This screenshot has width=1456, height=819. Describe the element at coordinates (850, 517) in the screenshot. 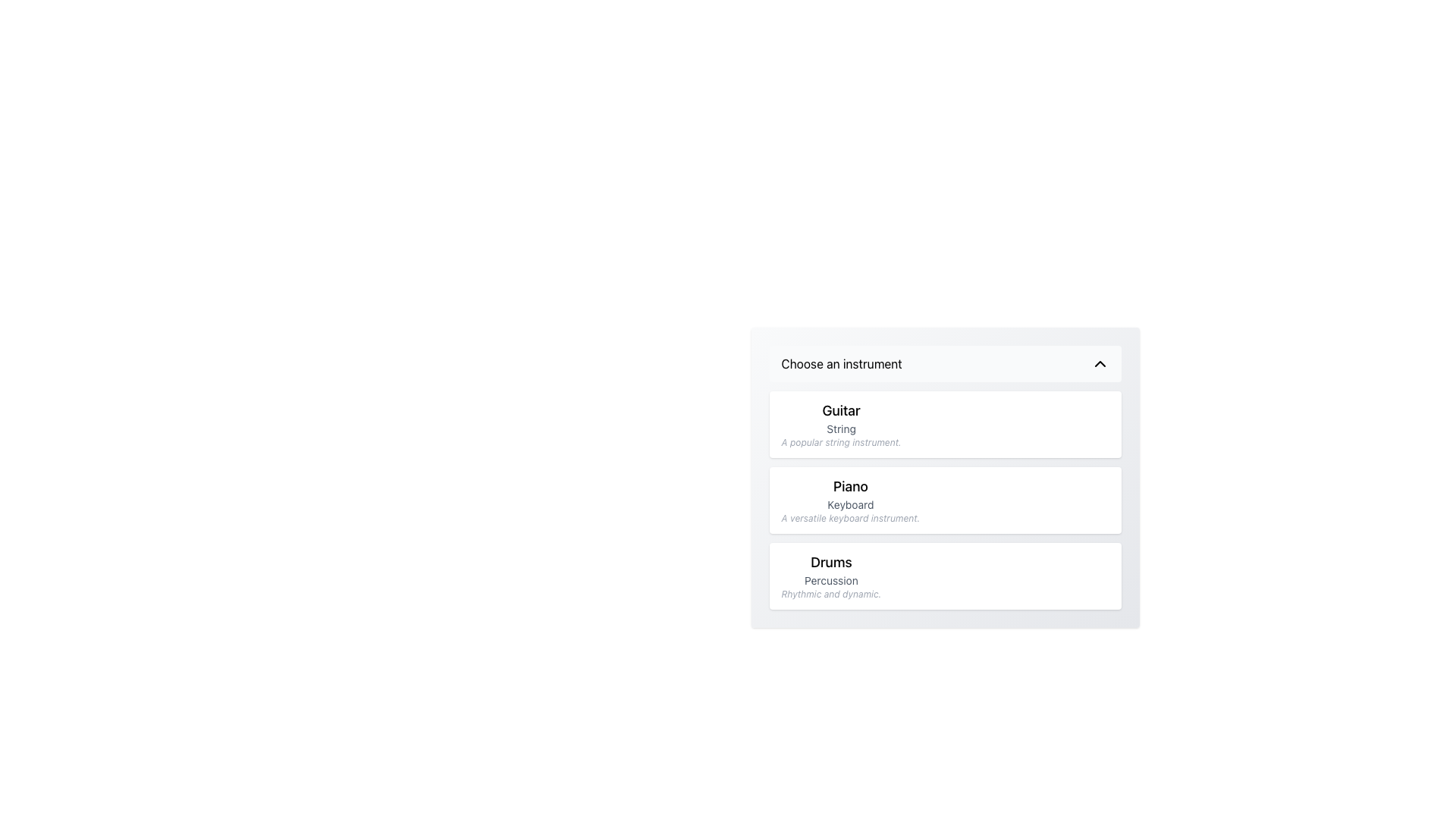

I see `the descriptive text label that provides information about the 'Piano' option in the dropdown menu of musical instruments` at that location.